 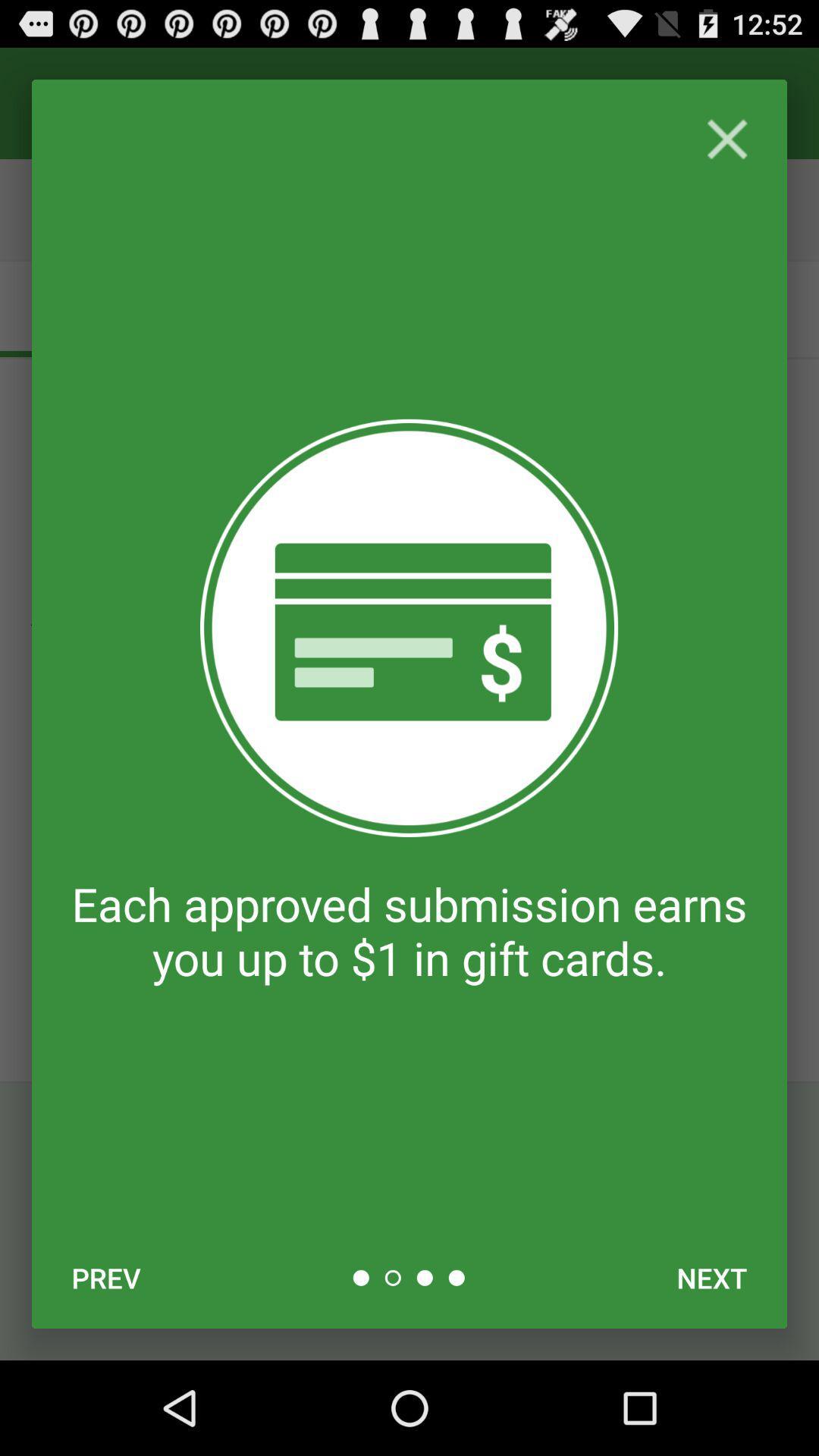 What do you see at coordinates (711, 1277) in the screenshot?
I see `the next item` at bounding box center [711, 1277].